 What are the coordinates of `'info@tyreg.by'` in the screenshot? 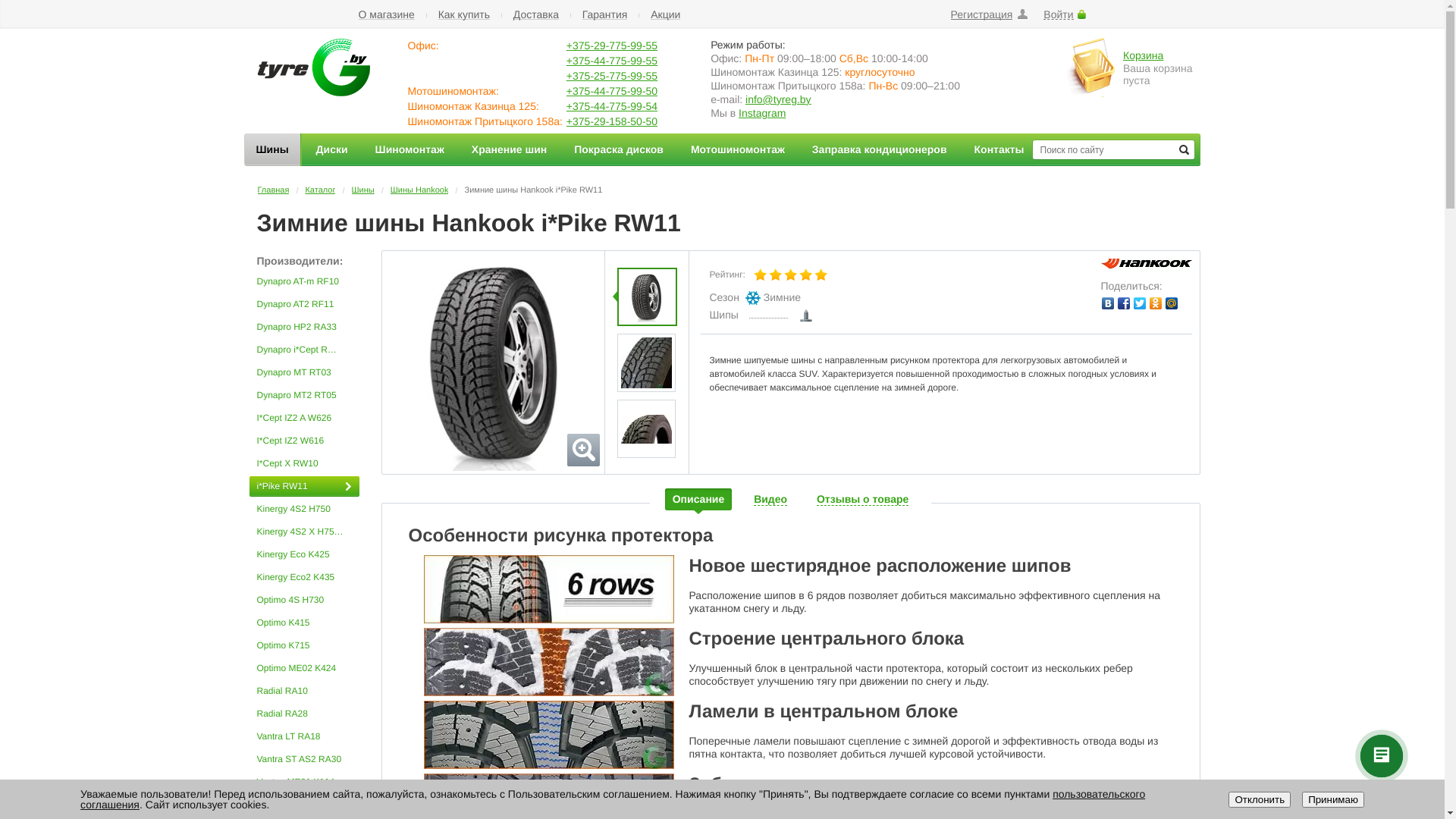 It's located at (778, 99).